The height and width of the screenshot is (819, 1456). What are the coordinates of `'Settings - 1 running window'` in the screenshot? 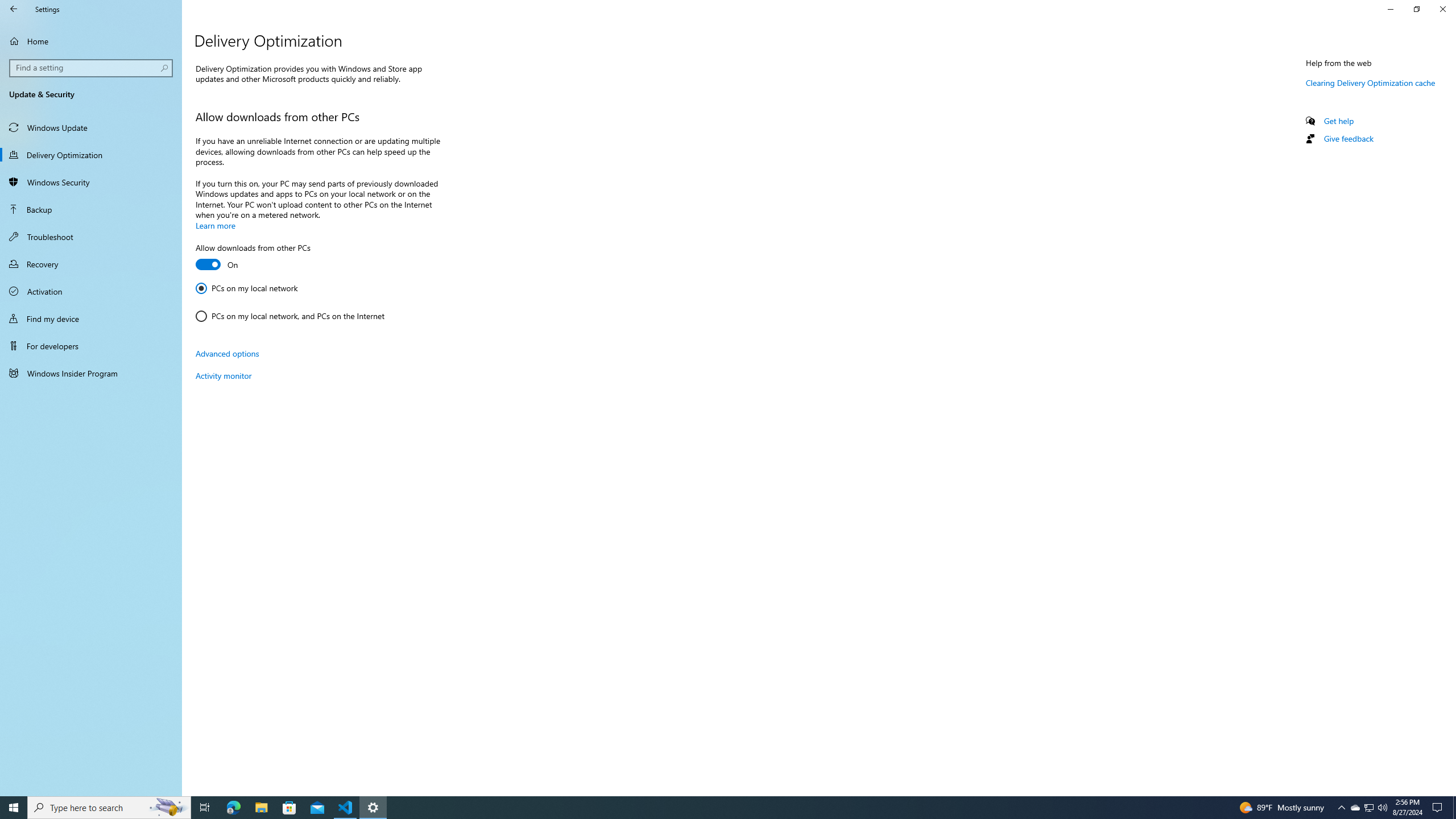 It's located at (373, 806).